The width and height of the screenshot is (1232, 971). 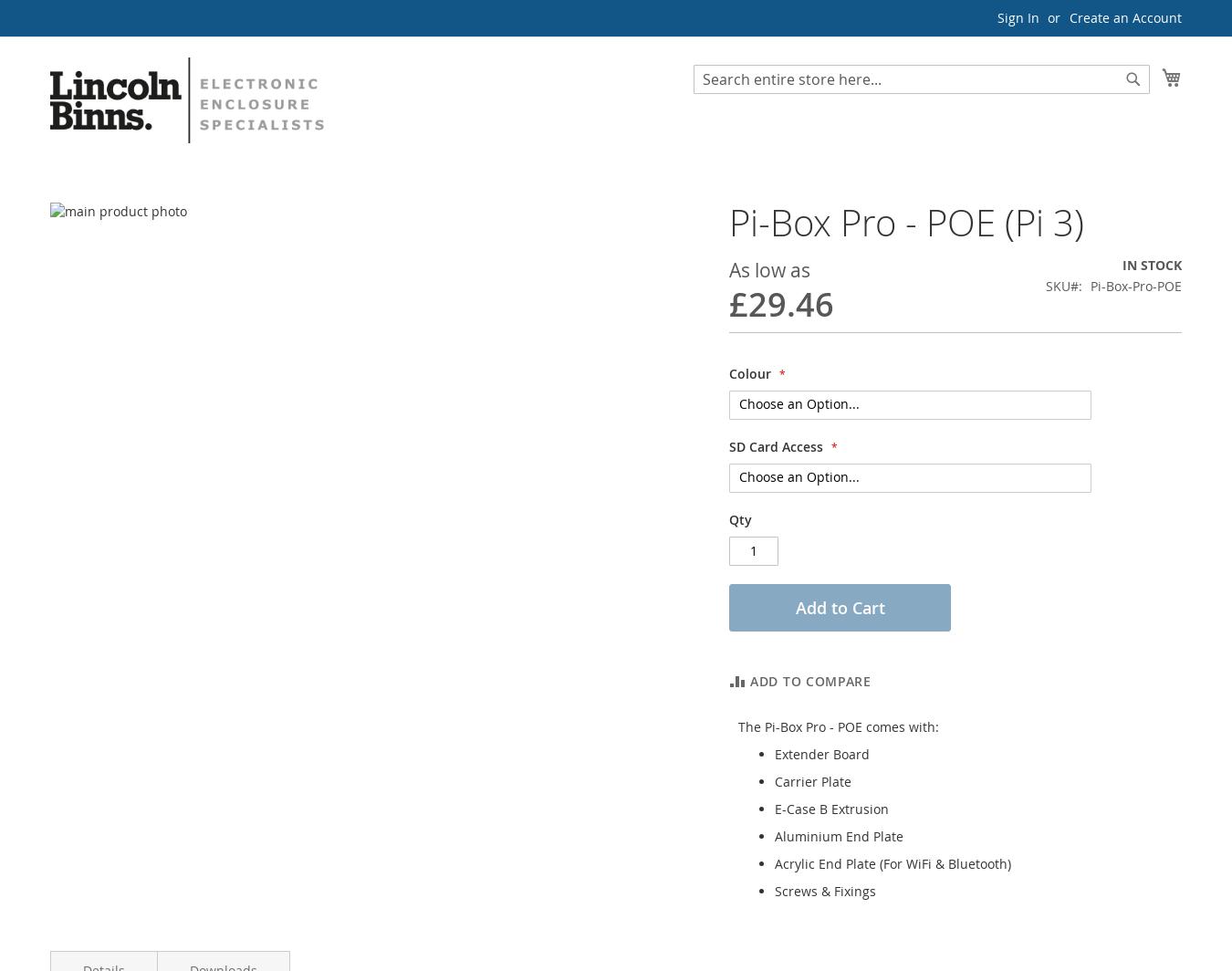 What do you see at coordinates (1018, 17) in the screenshot?
I see `'Sign In'` at bounding box center [1018, 17].